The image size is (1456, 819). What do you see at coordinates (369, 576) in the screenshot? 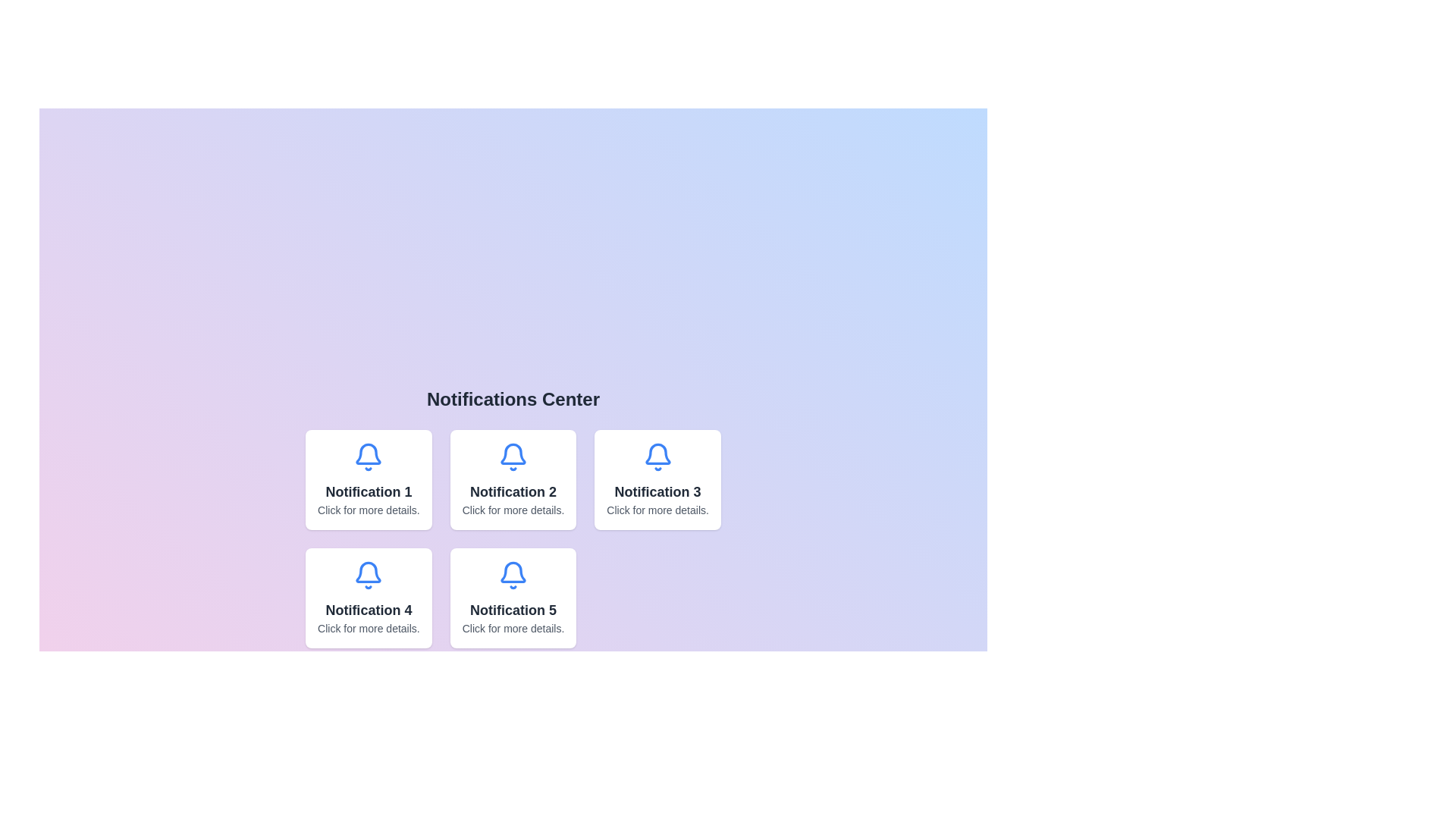
I see `the blue bell-shaped SVG icon located at the top of the 'Notification 4 Click for more details.' card in the notification grid` at bounding box center [369, 576].